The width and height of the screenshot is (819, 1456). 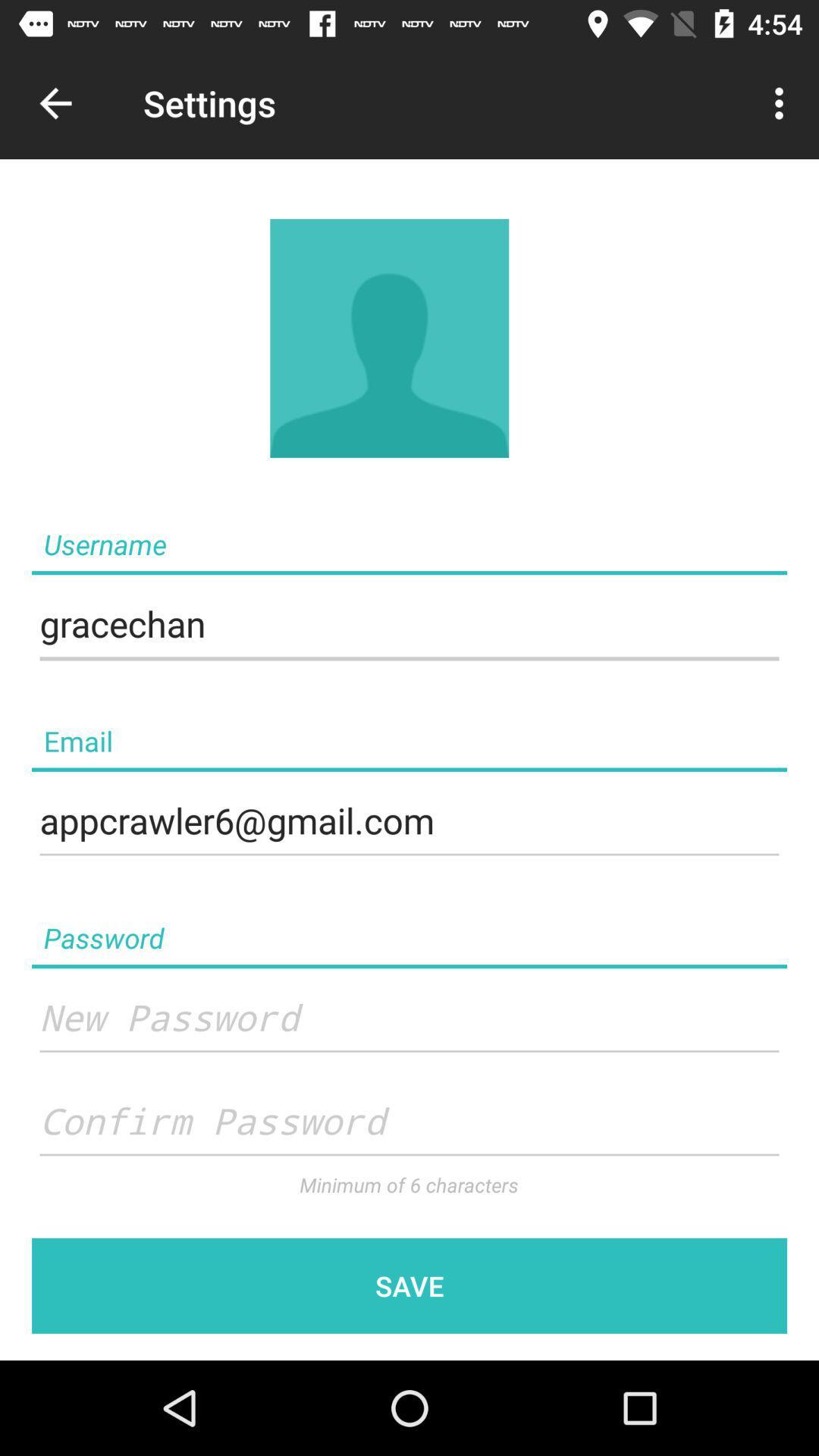 What do you see at coordinates (409, 821) in the screenshot?
I see `text field which is below email on page` at bounding box center [409, 821].